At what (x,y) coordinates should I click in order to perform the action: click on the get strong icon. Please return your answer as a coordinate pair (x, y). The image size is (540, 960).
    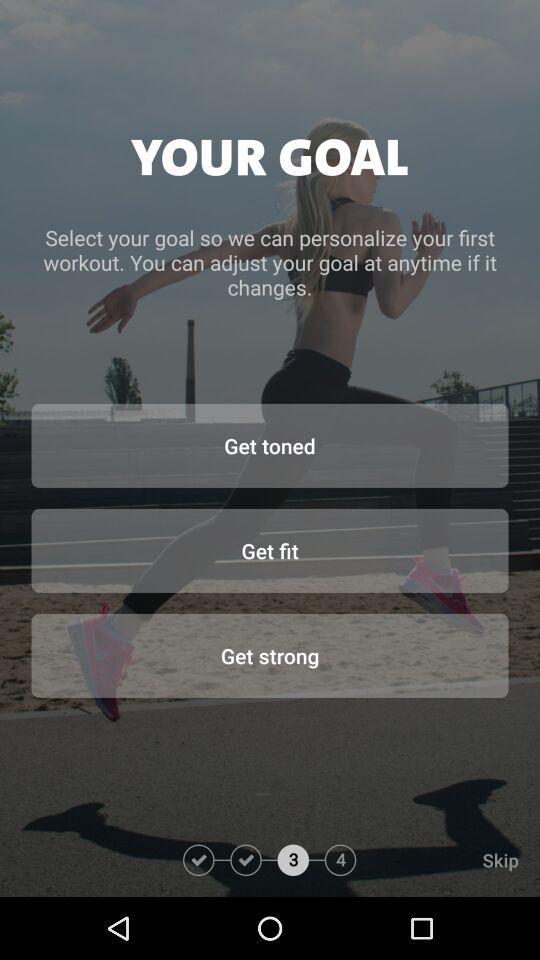
    Looking at the image, I should click on (270, 654).